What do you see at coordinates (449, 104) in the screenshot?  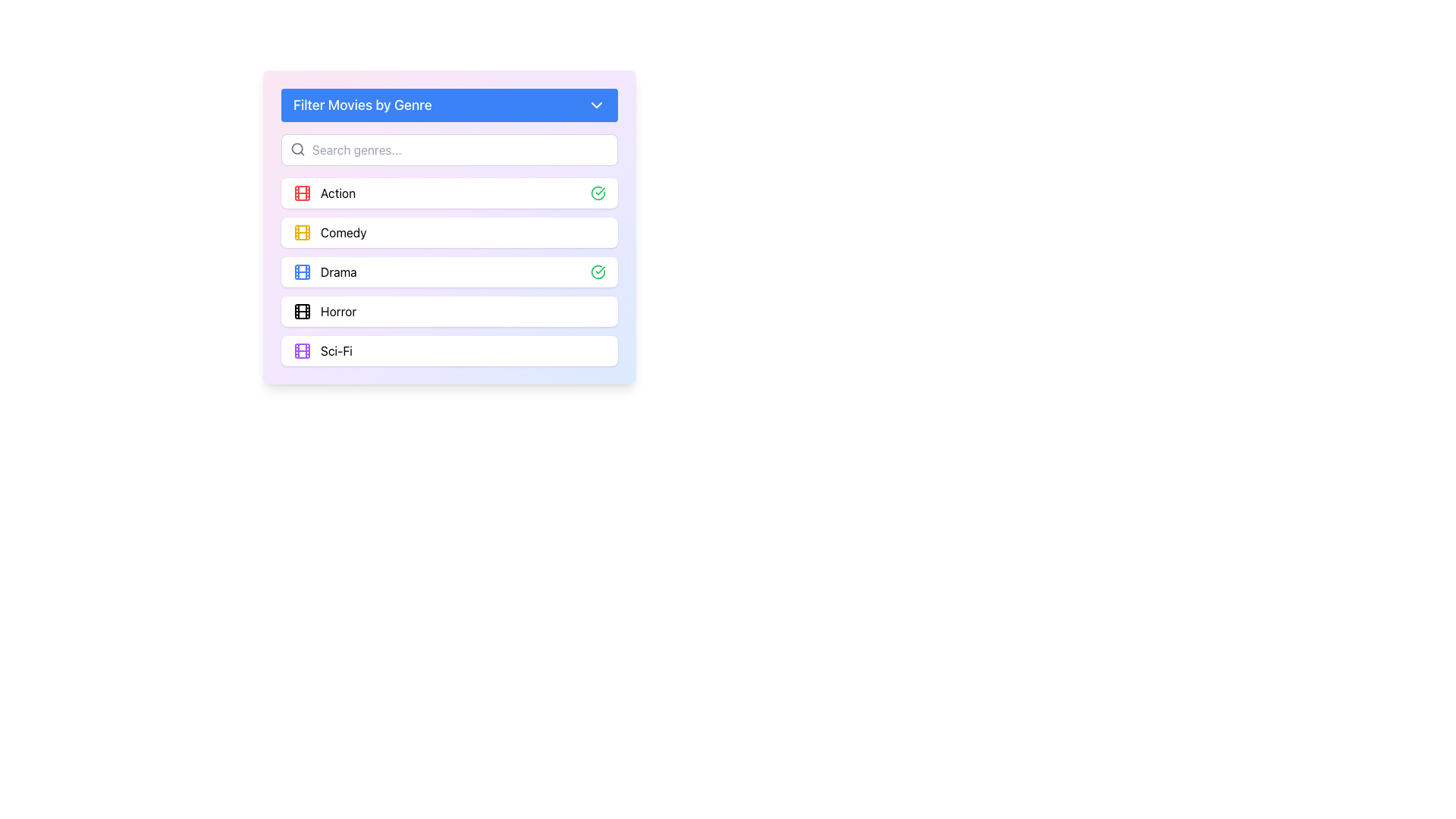 I see `the Dropdown toggle labeled 'Filter Movies by Genre' using the tab key` at bounding box center [449, 104].